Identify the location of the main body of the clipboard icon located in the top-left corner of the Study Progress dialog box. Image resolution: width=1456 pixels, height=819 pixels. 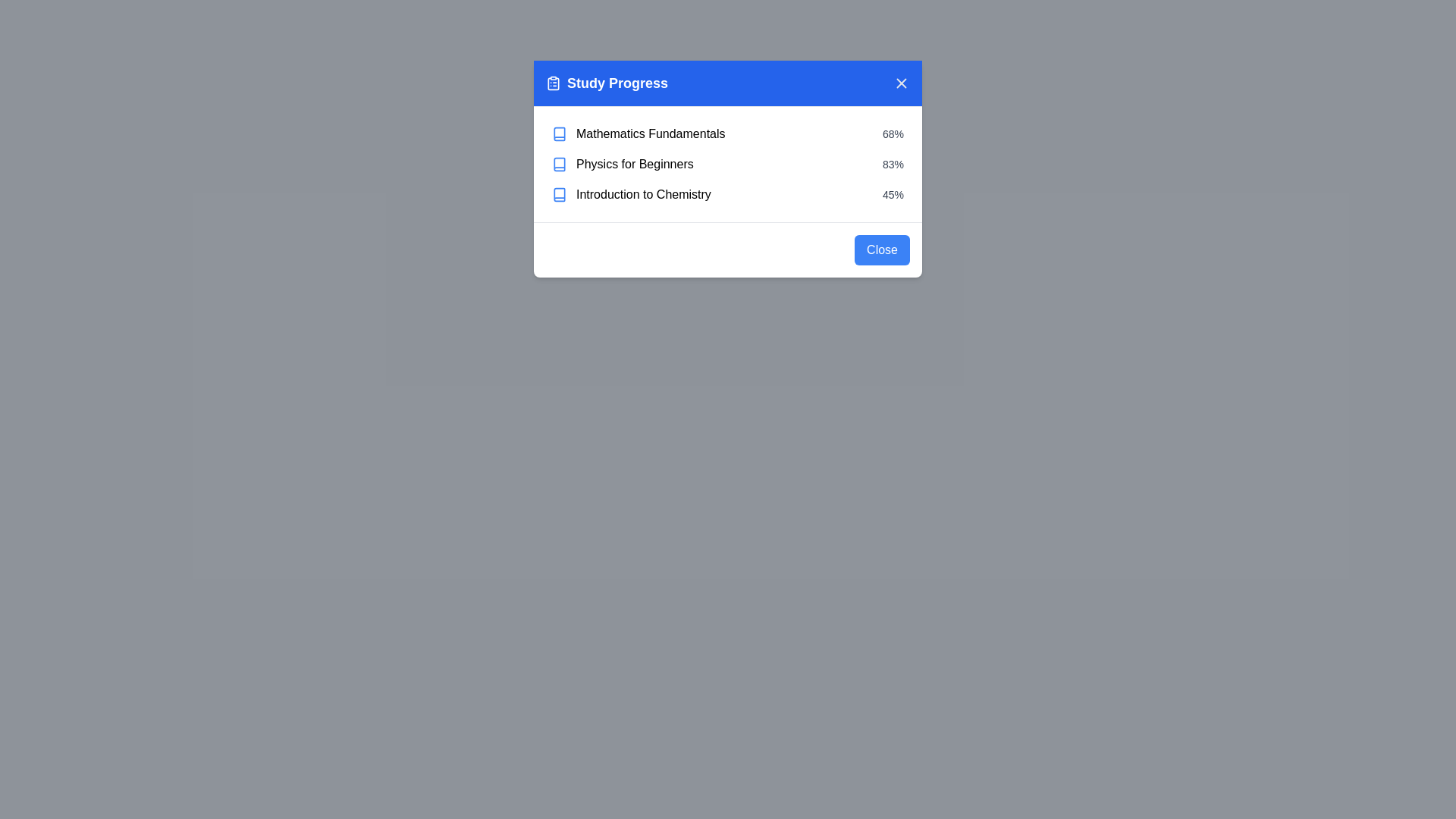
(552, 83).